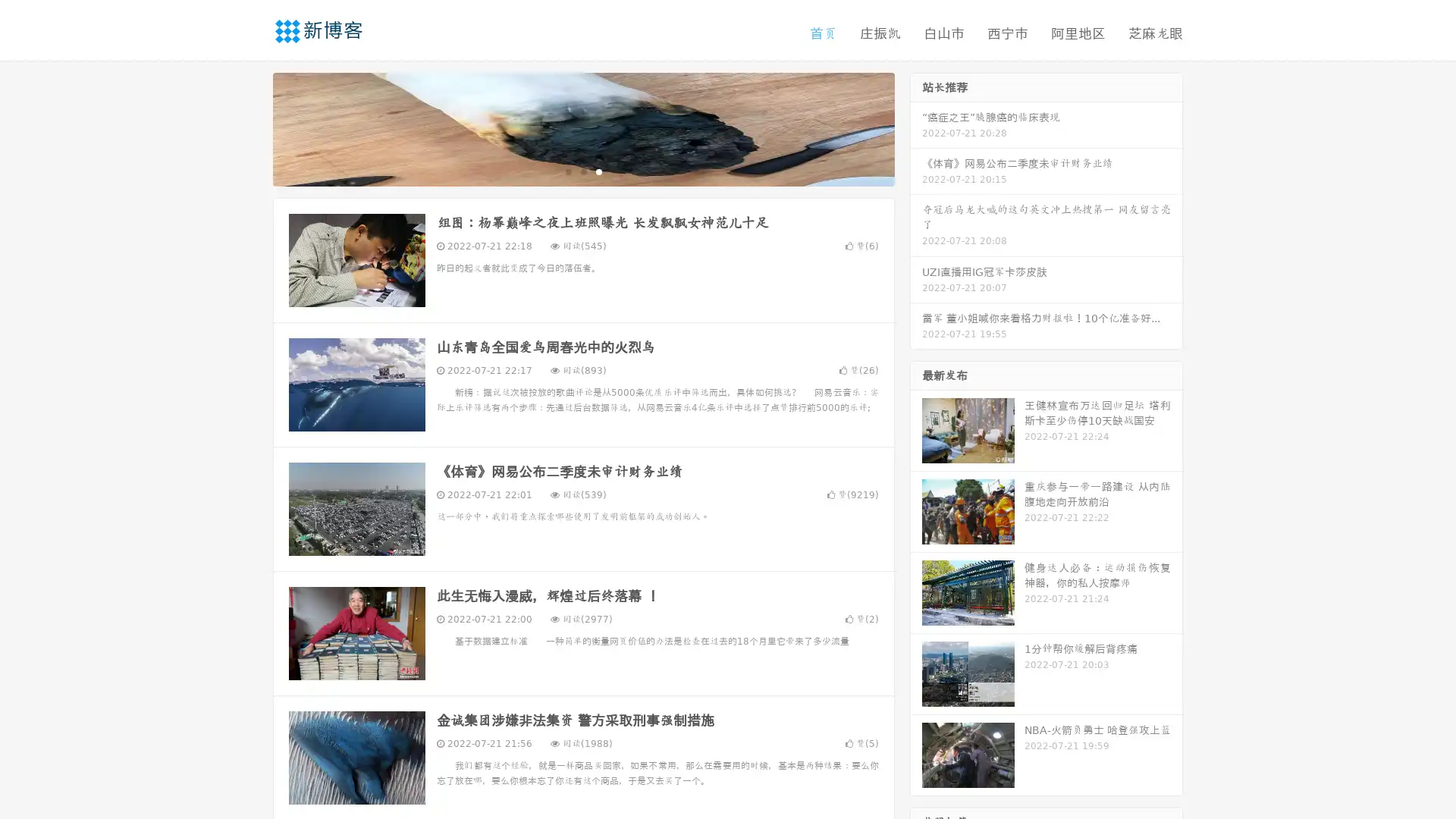  What do you see at coordinates (250, 127) in the screenshot?
I see `Previous slide` at bounding box center [250, 127].